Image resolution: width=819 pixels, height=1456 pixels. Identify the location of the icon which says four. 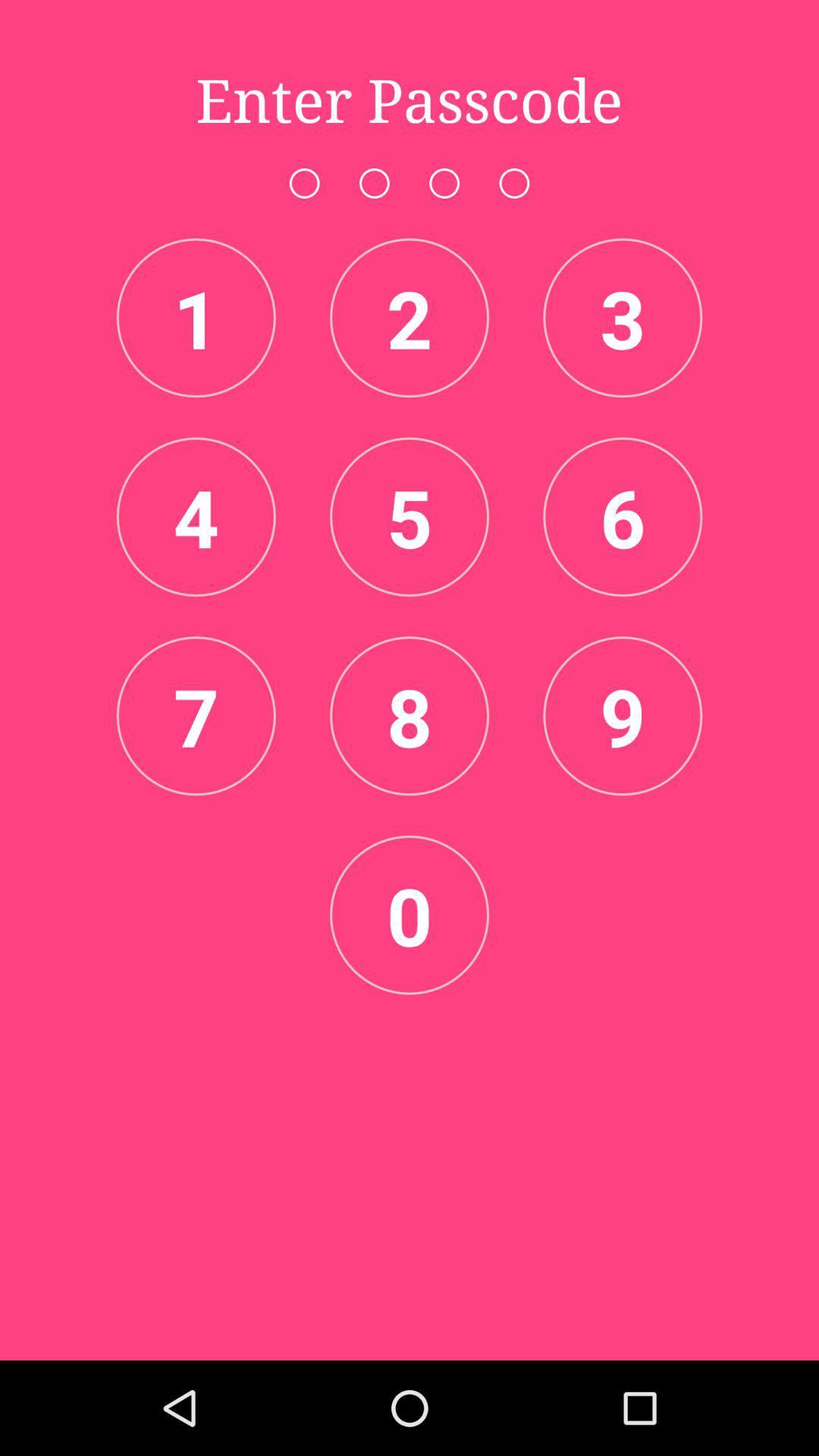
(195, 516).